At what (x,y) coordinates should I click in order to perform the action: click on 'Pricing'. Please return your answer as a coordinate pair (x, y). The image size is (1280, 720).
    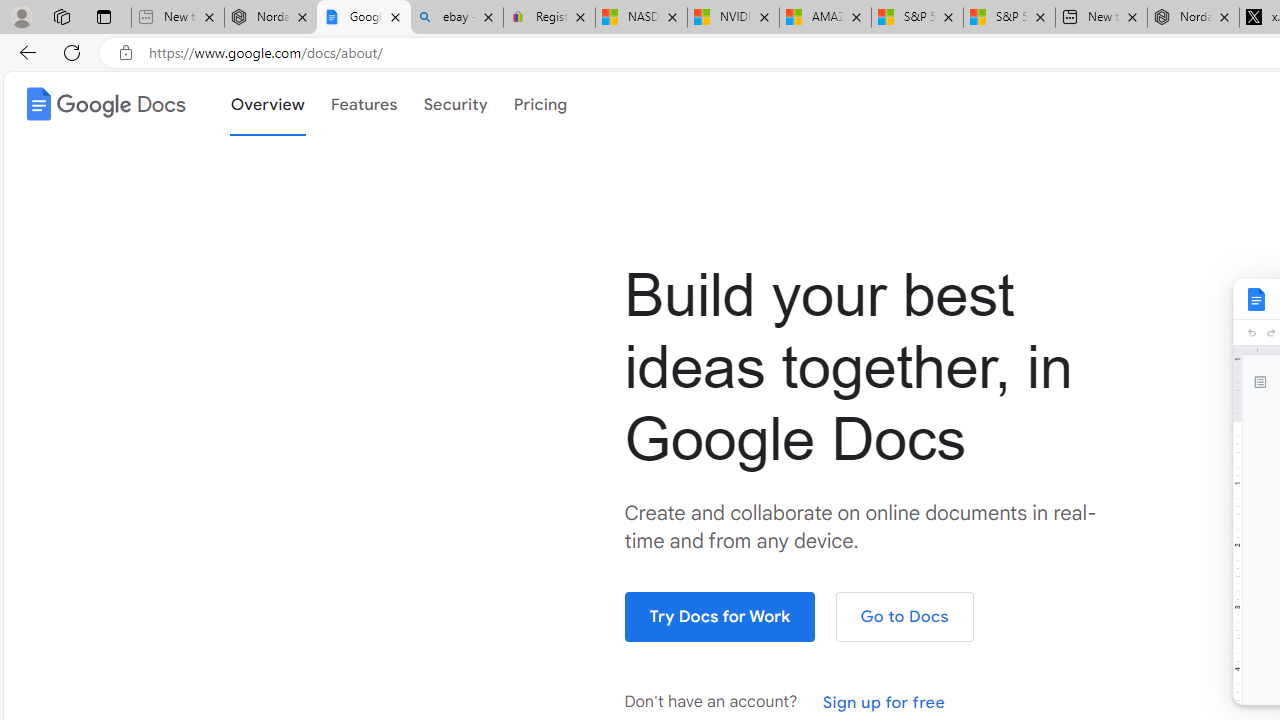
    Looking at the image, I should click on (540, 102).